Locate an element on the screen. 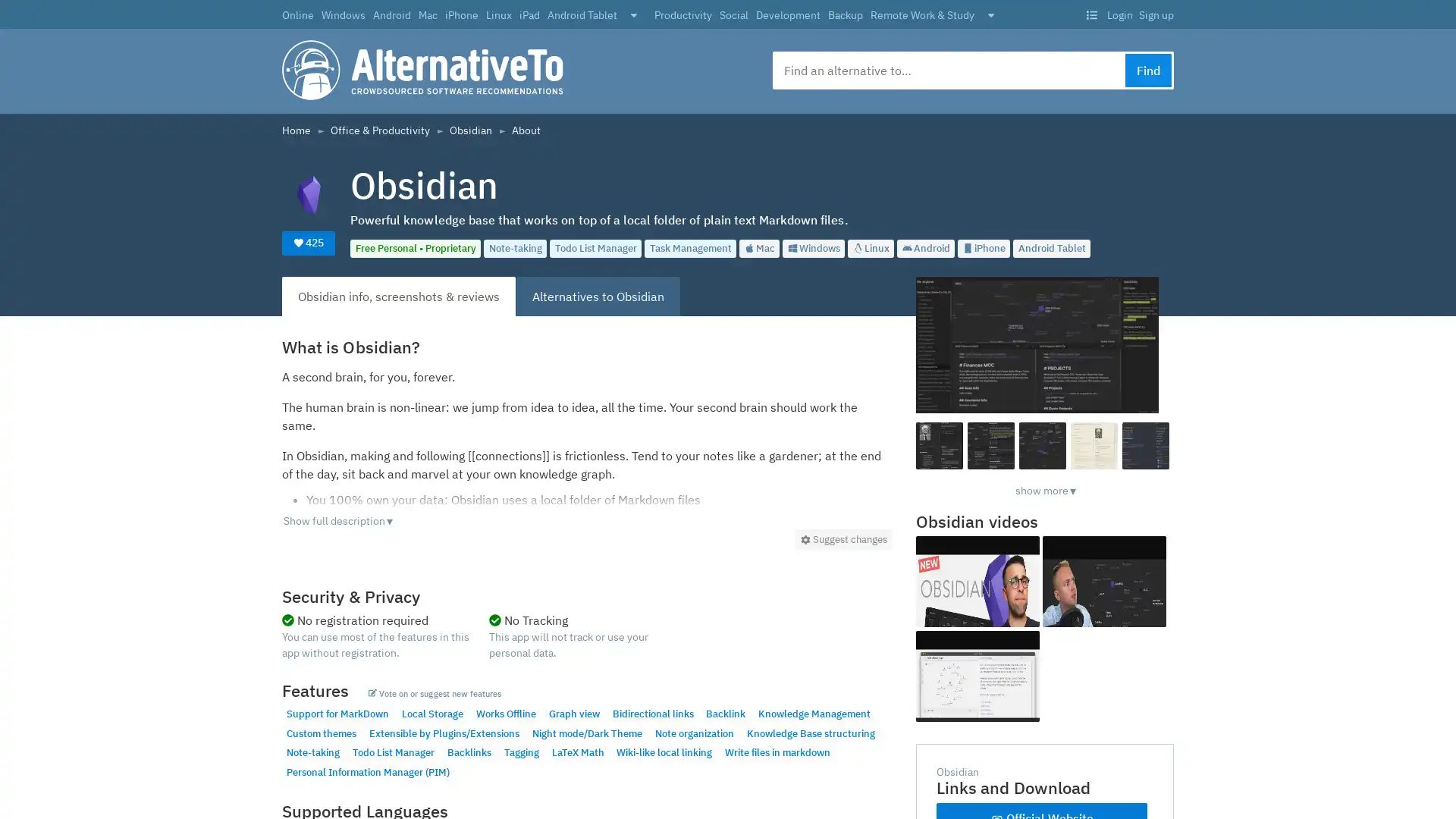 Image resolution: width=1456 pixels, height=819 pixels. Show all categories is located at coordinates (990, 16).